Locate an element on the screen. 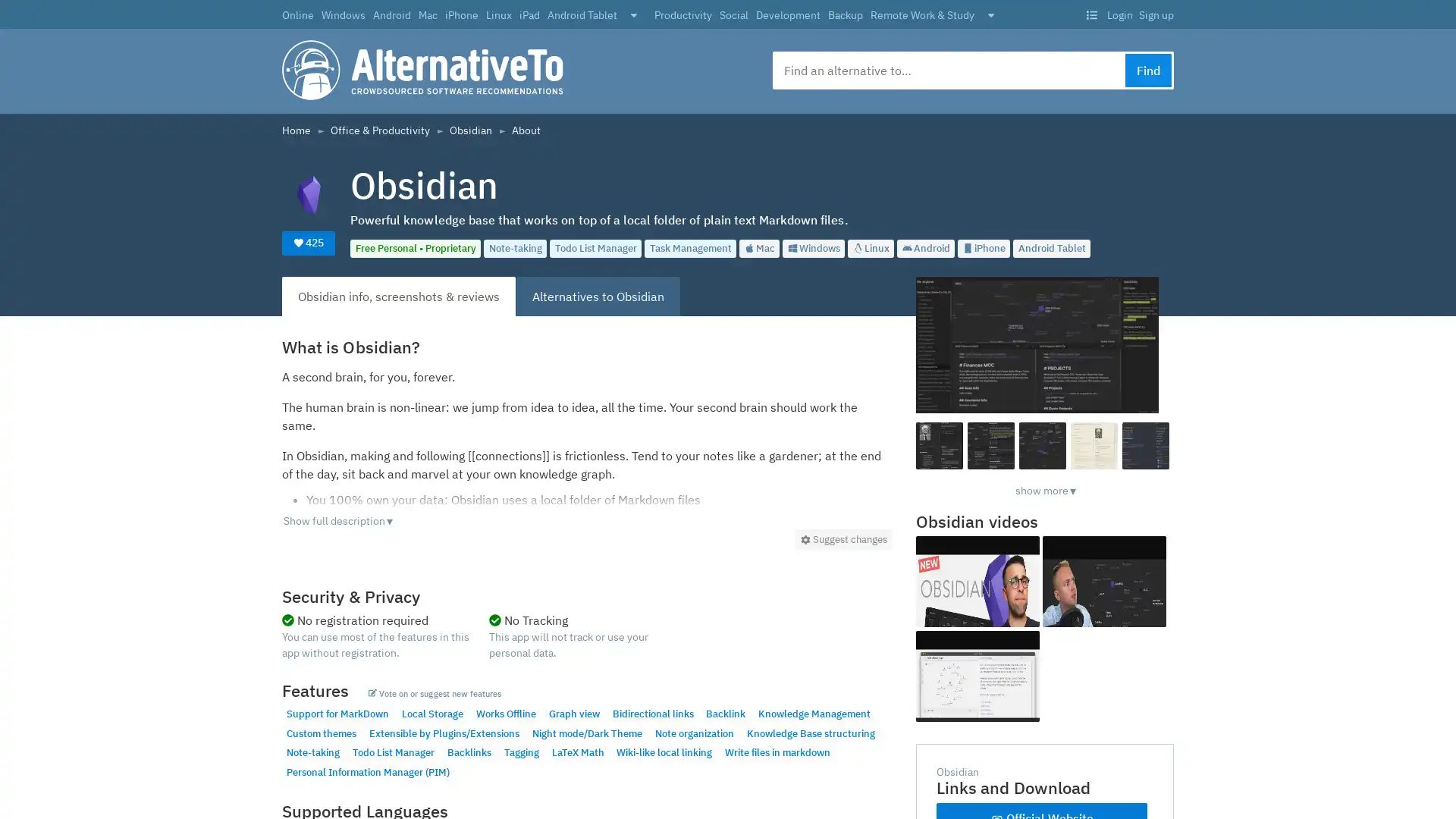 Image resolution: width=1456 pixels, height=819 pixels. Show all categories is located at coordinates (990, 16).